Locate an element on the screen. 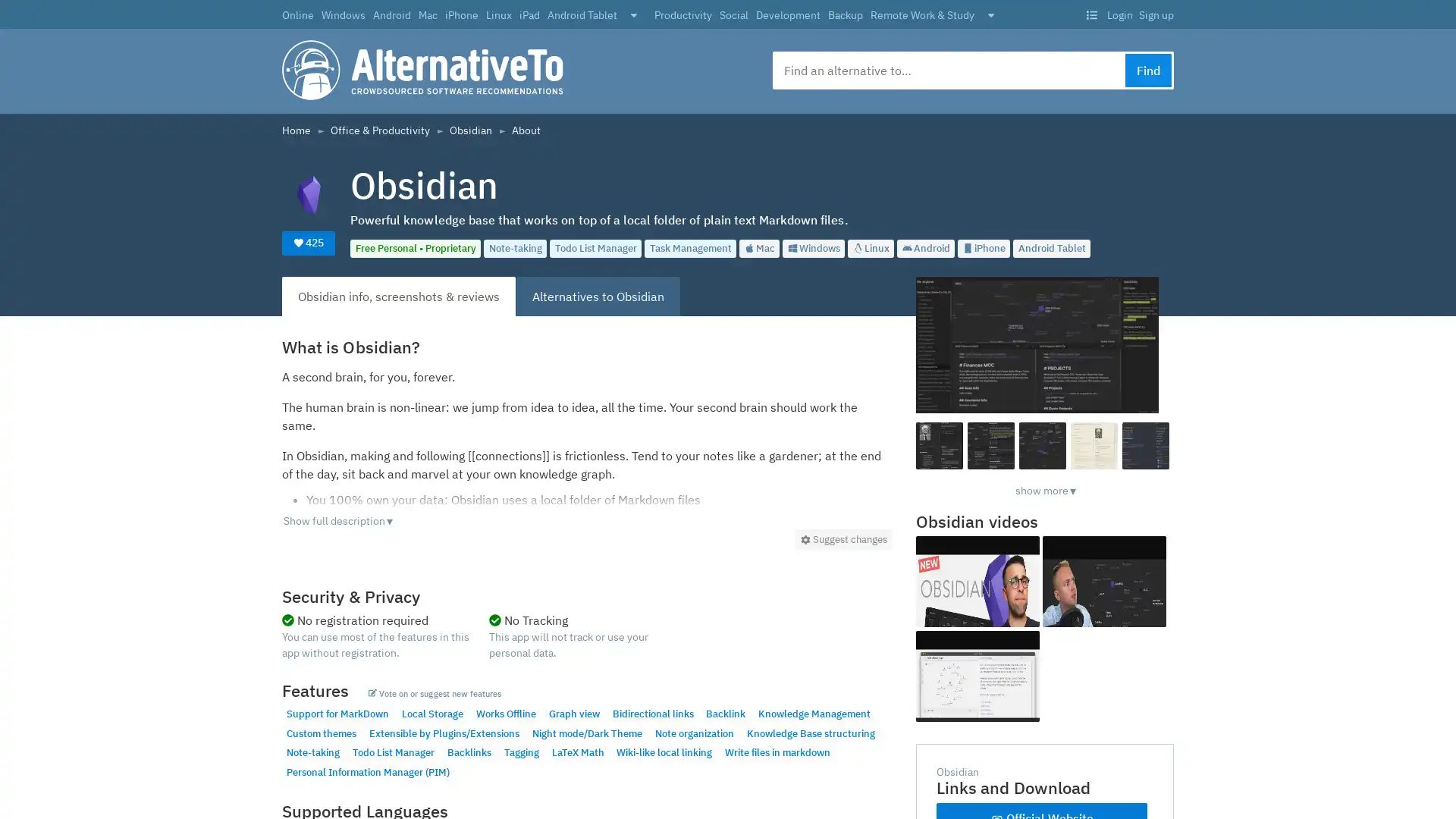 Image resolution: width=1456 pixels, height=819 pixels. Show all categories is located at coordinates (990, 16).